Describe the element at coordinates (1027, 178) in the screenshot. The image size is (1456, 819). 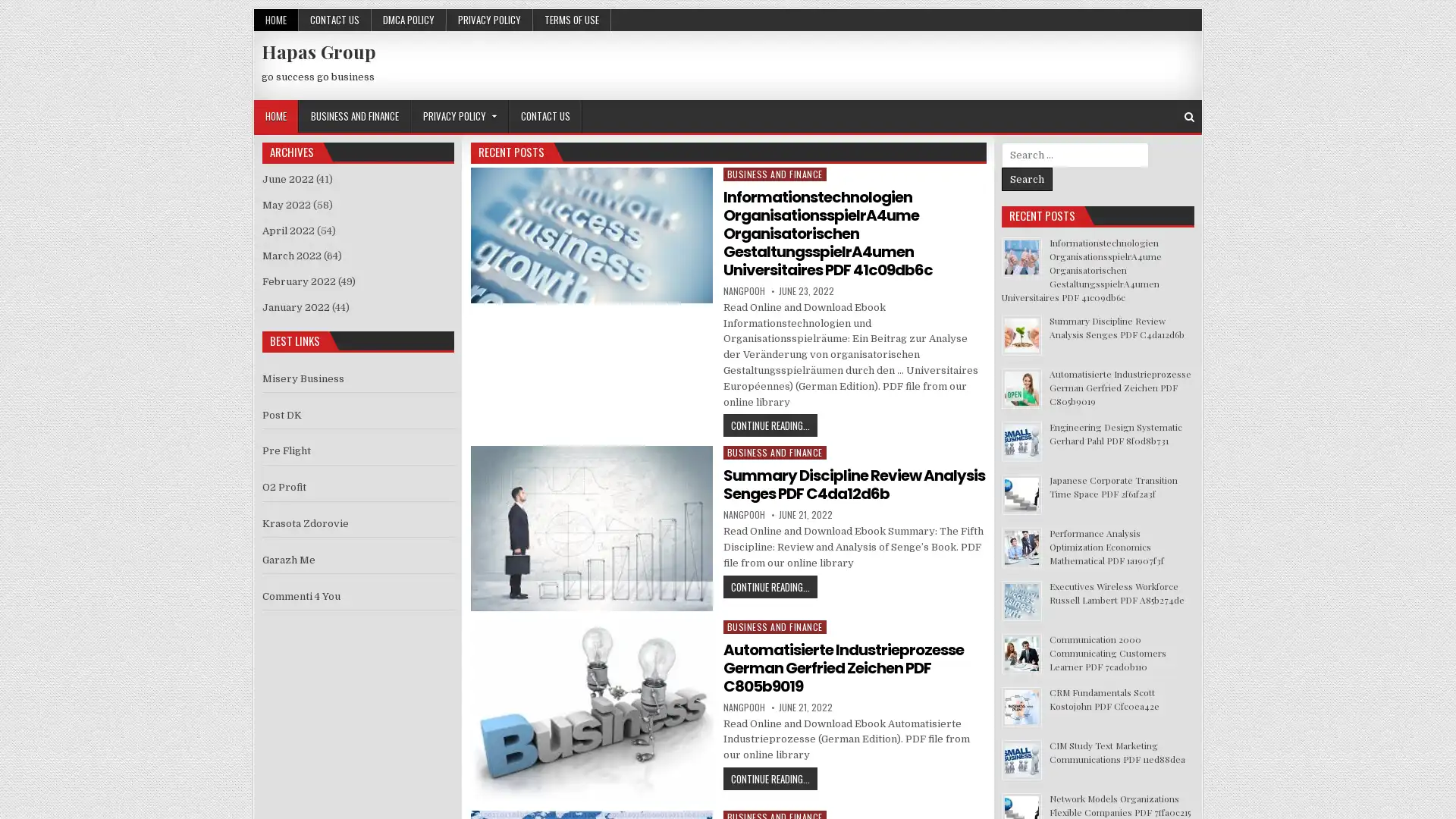
I see `Search` at that location.